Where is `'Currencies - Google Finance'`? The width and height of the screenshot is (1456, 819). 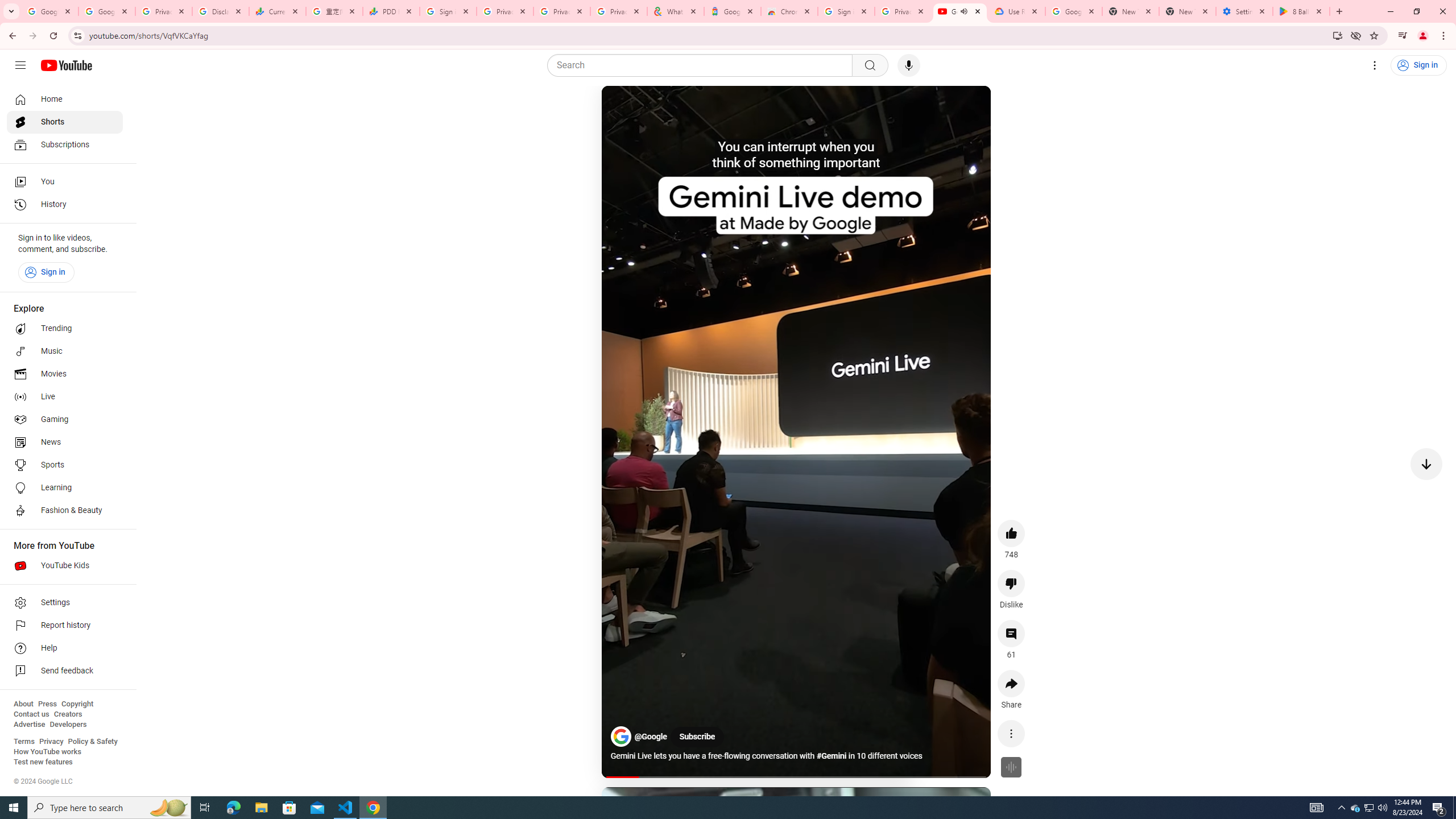 'Currencies - Google Finance' is located at coordinates (278, 11).